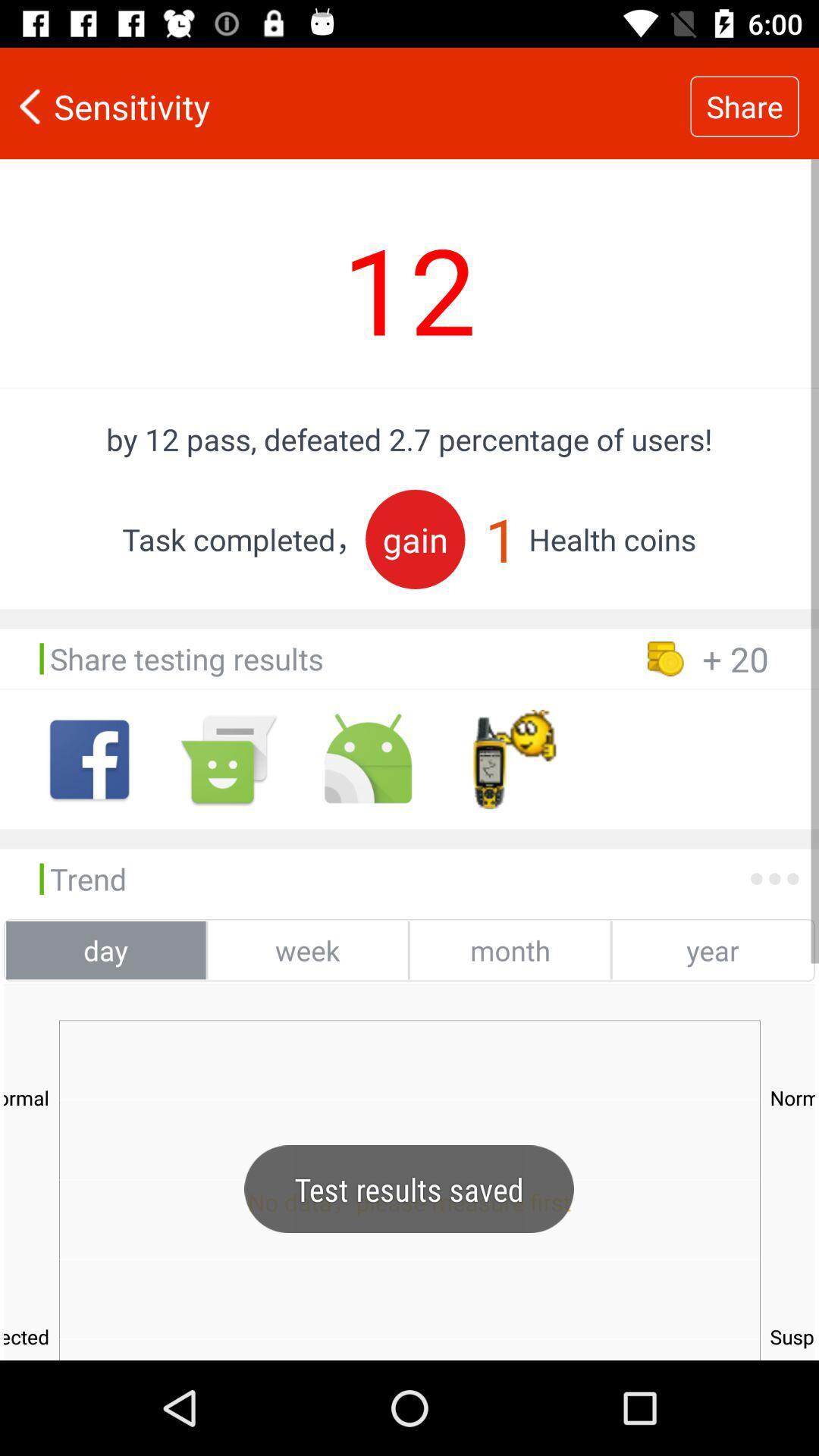  Describe the element at coordinates (89, 759) in the screenshot. I see `facebook` at that location.